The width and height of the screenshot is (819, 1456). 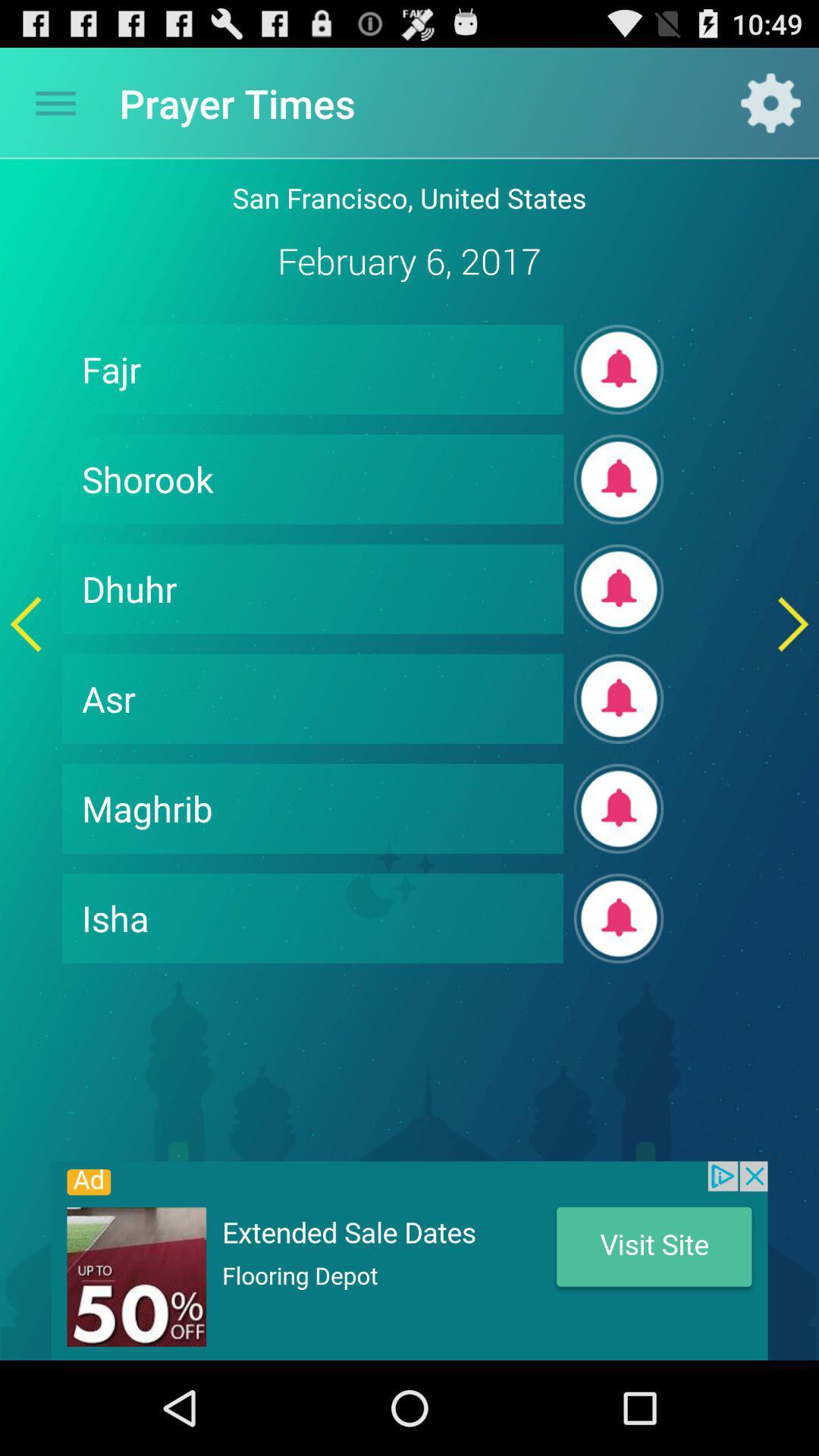 What do you see at coordinates (619, 369) in the screenshot?
I see `get notification` at bounding box center [619, 369].